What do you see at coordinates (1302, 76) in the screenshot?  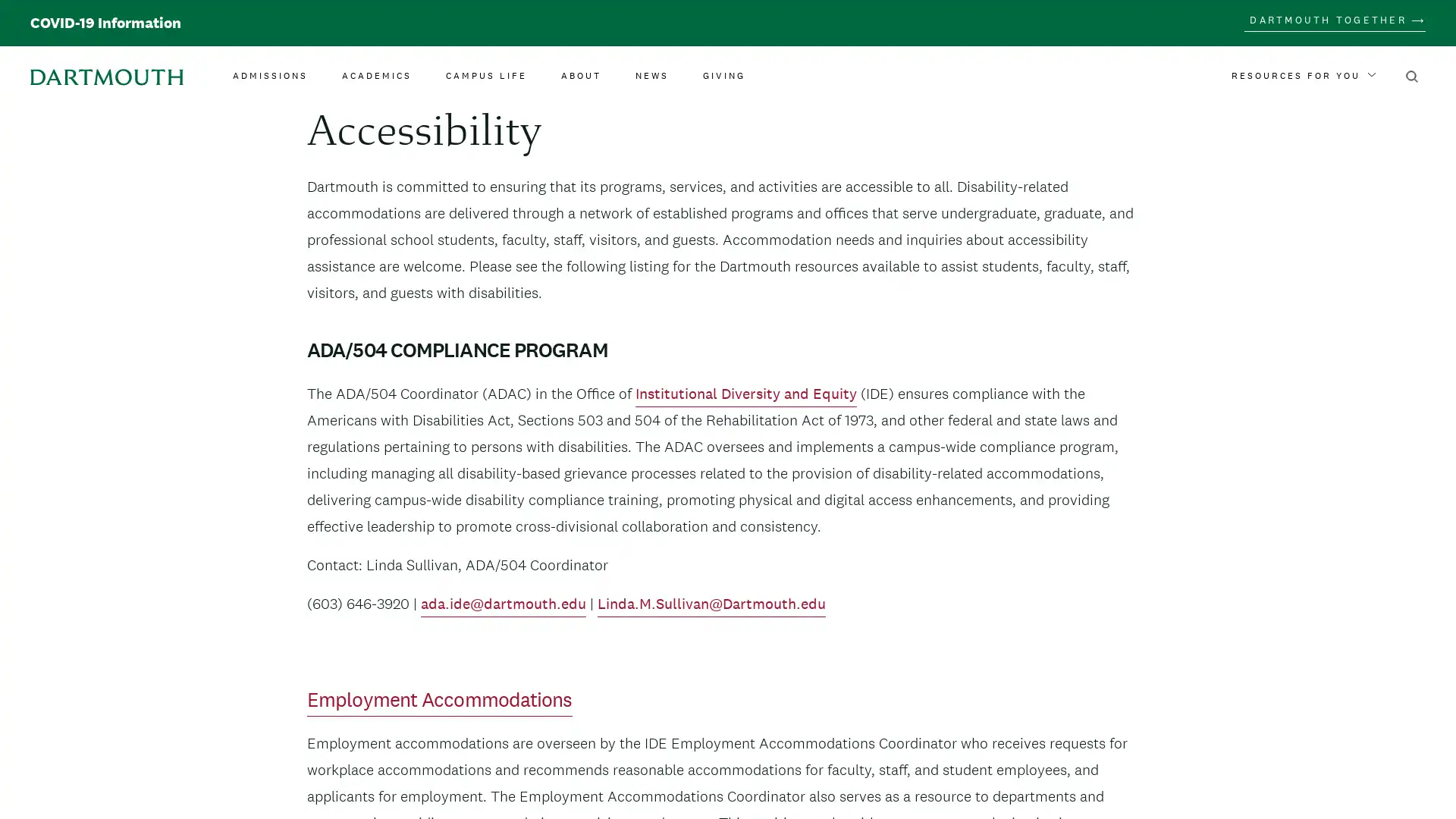 I see `RESOURCES FOR YOU` at bounding box center [1302, 76].